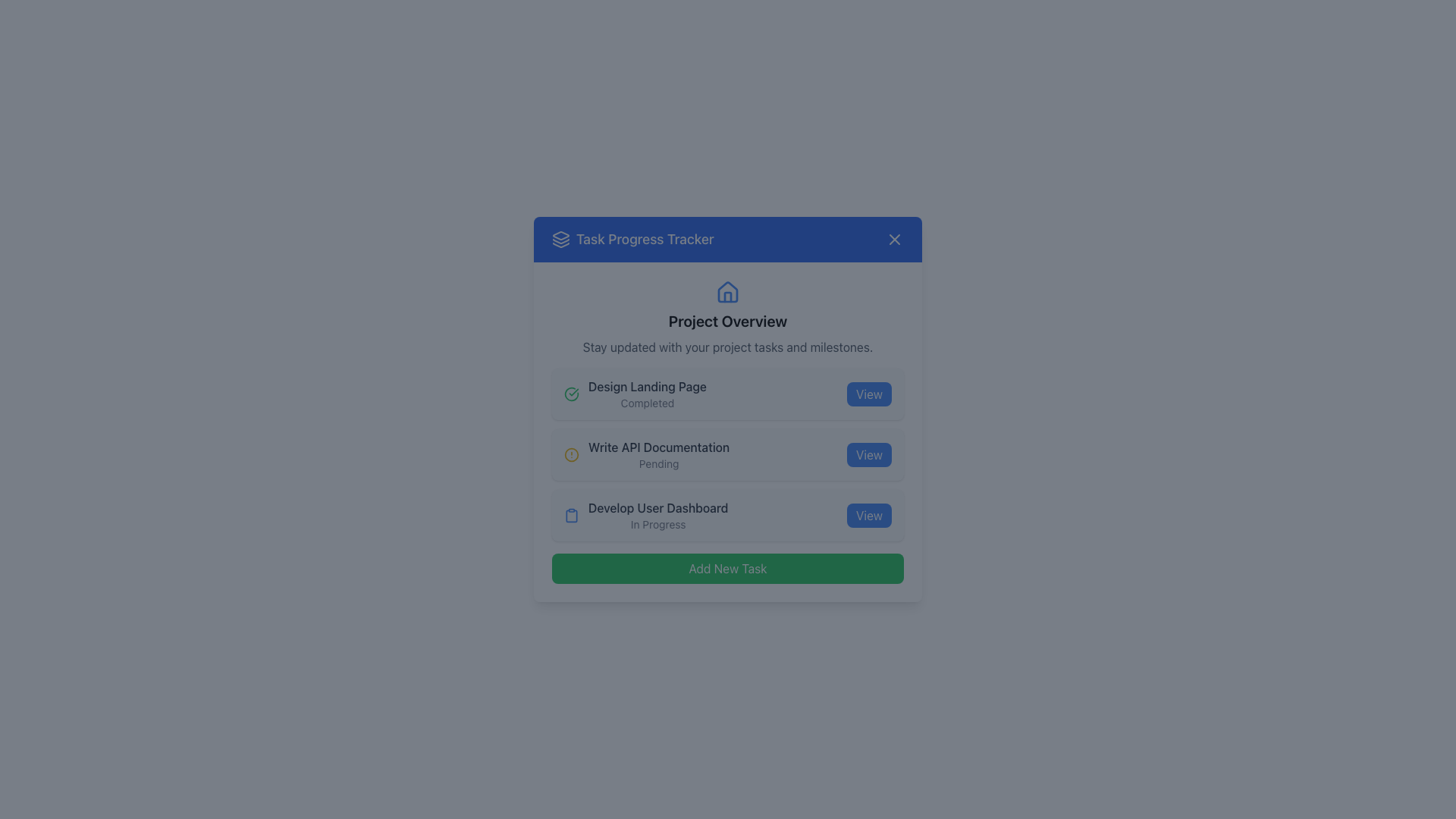 The width and height of the screenshot is (1456, 819). Describe the element at coordinates (869, 394) in the screenshot. I see `the 'View' button with rounded corners and a blue background located at the rightmost end of the task entry for 'Design Landing Page'` at that location.